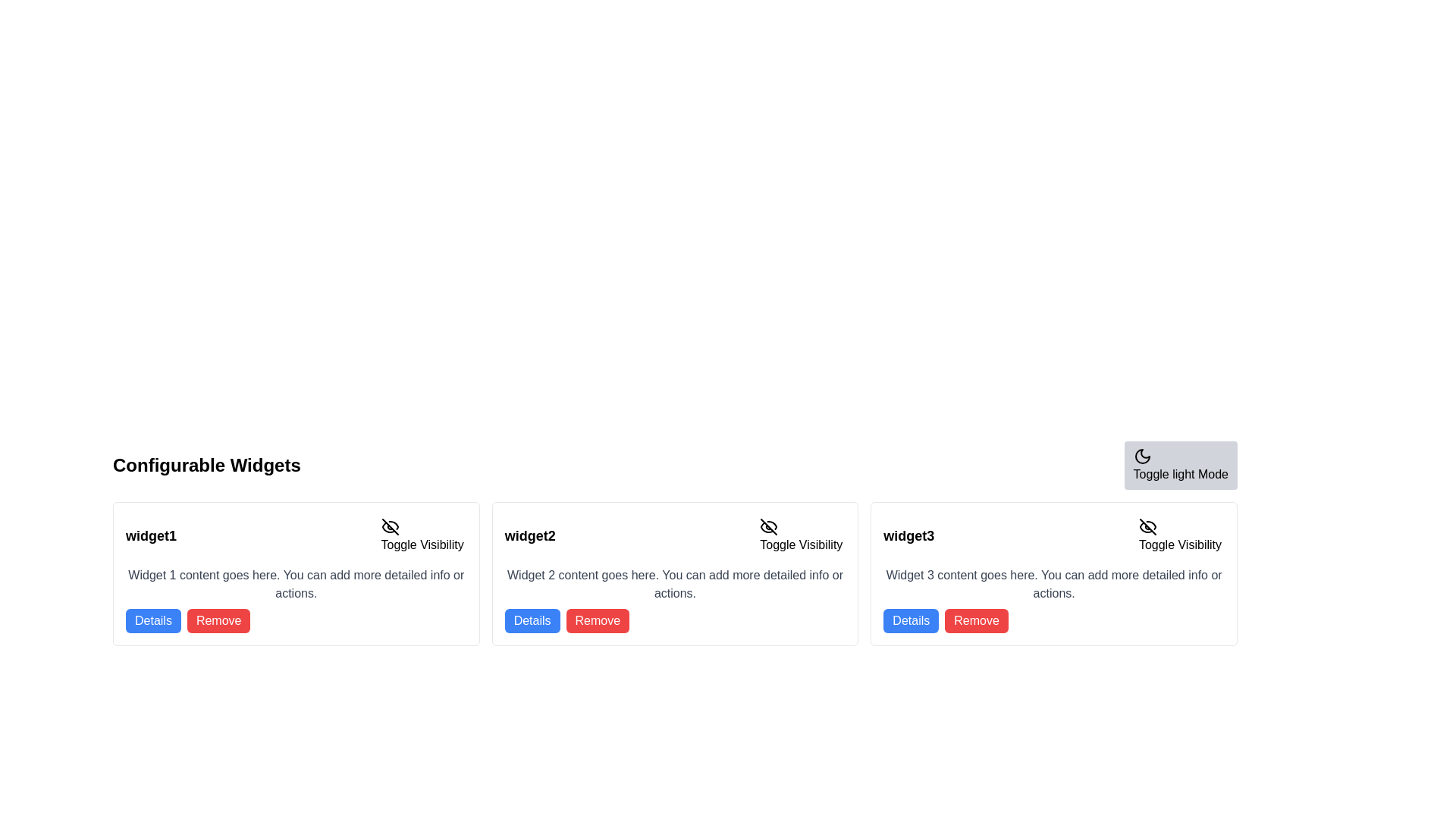 This screenshot has width=1456, height=819. What do you see at coordinates (530, 535) in the screenshot?
I see `the bolded text label 'widget2' located in the upper-left corner of the middle card, which signifies its importance as the main header of the card` at bounding box center [530, 535].